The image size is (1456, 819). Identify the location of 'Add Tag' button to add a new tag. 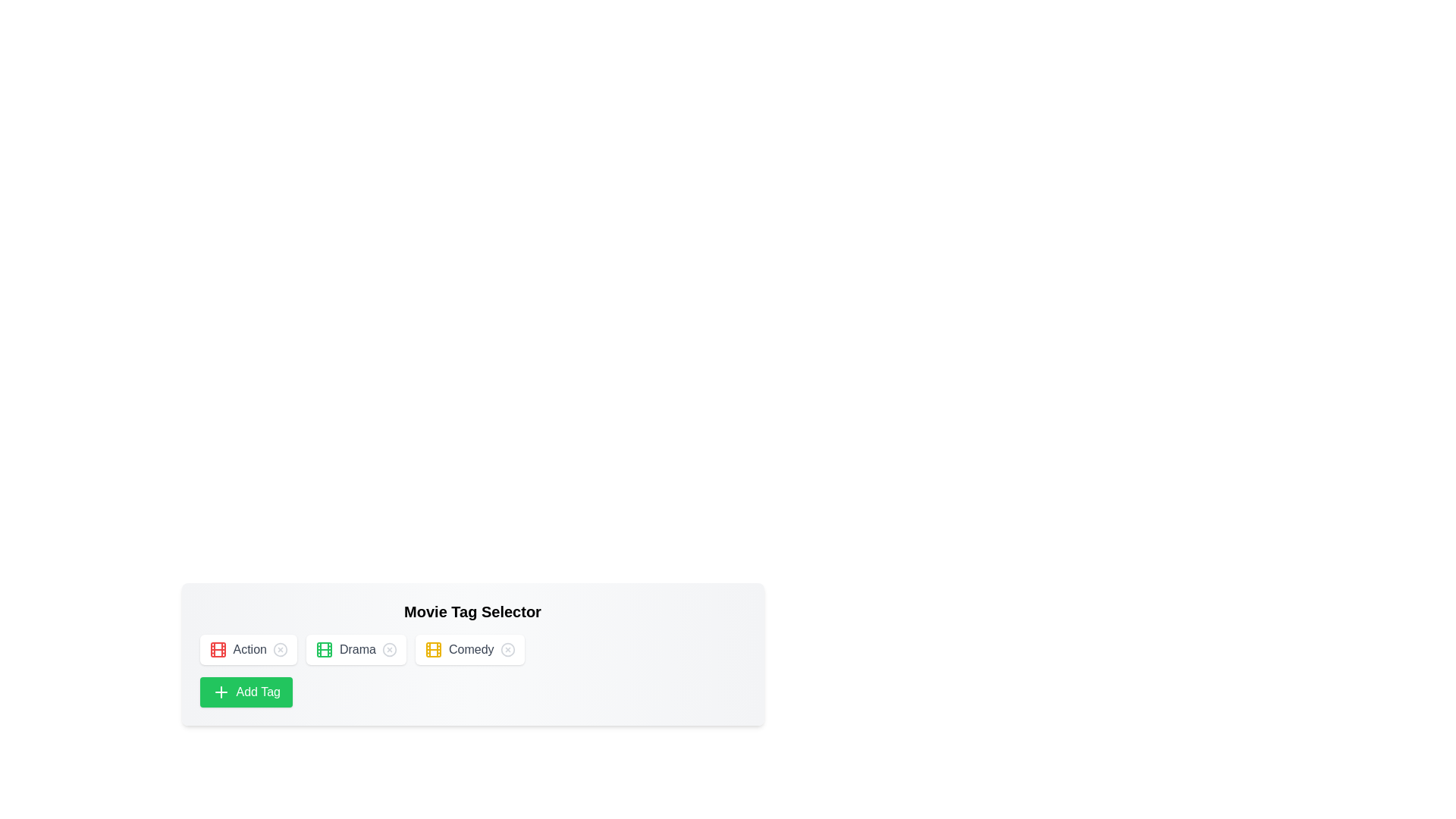
(246, 692).